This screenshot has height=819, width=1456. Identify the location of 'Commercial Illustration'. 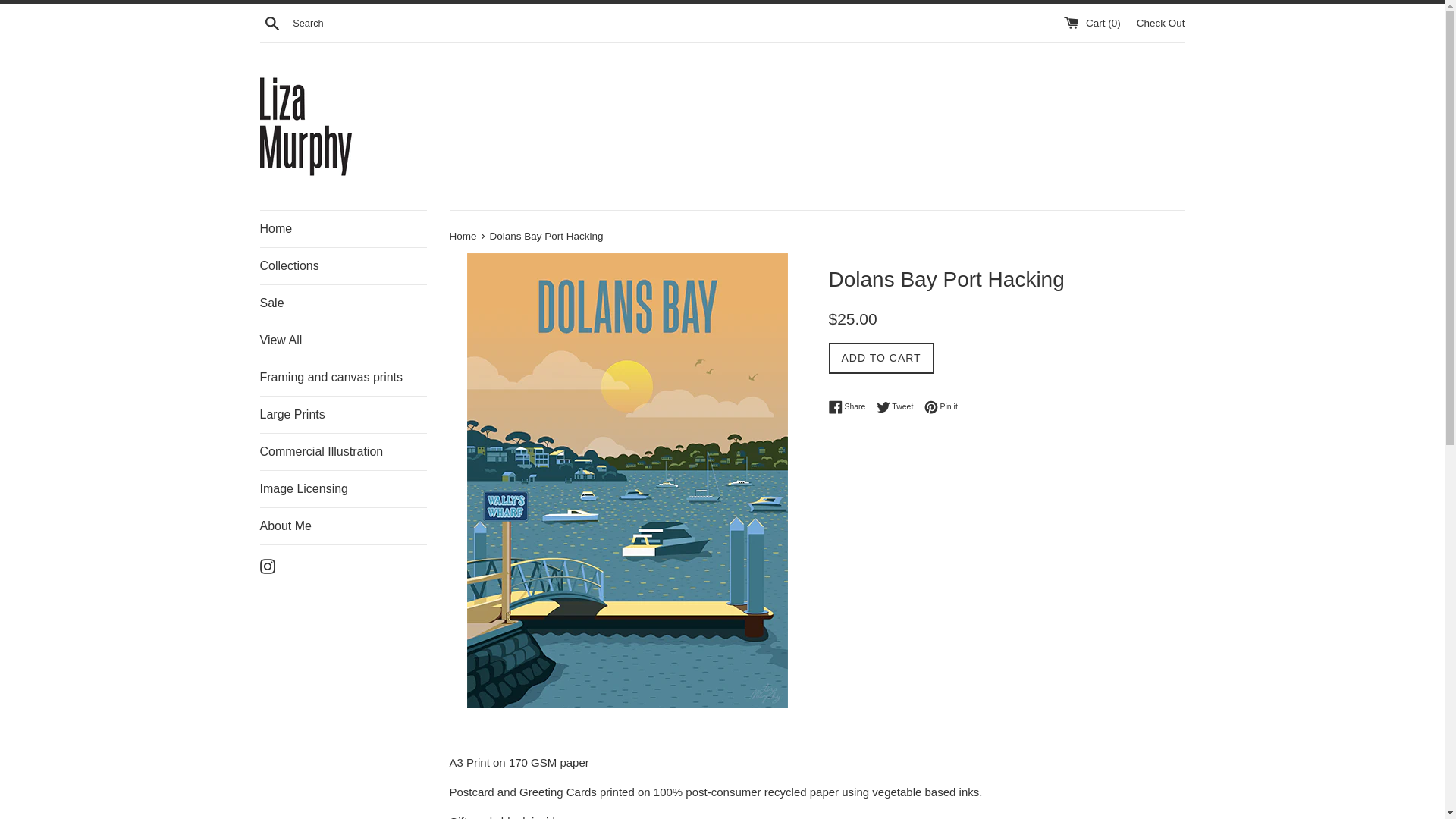
(259, 451).